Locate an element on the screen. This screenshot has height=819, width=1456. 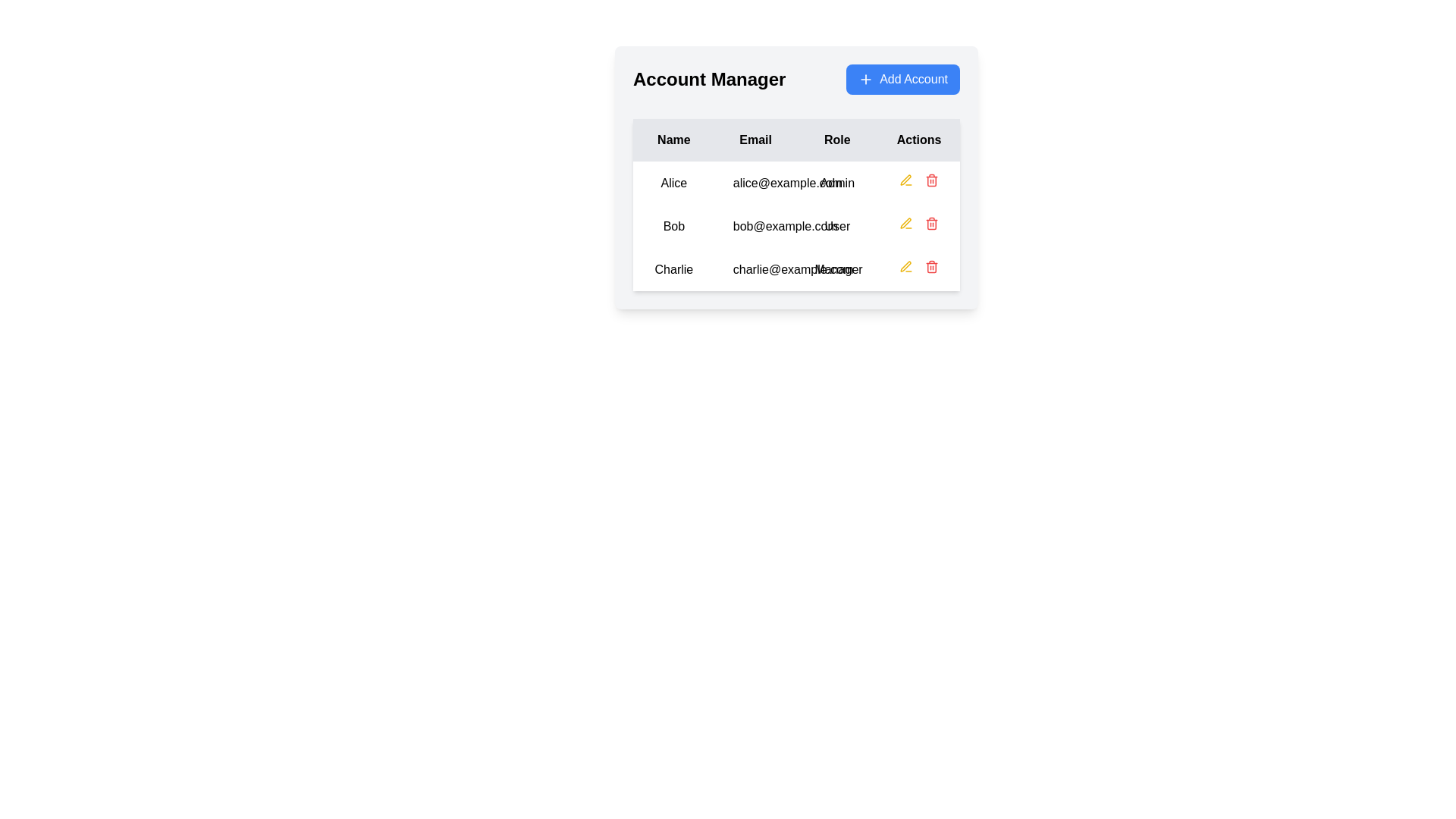
the text label displaying the user's name, located in the first row of the table under the 'Name' column, to the left of 'alice@example.com' and 'Admin' is located at coordinates (673, 182).